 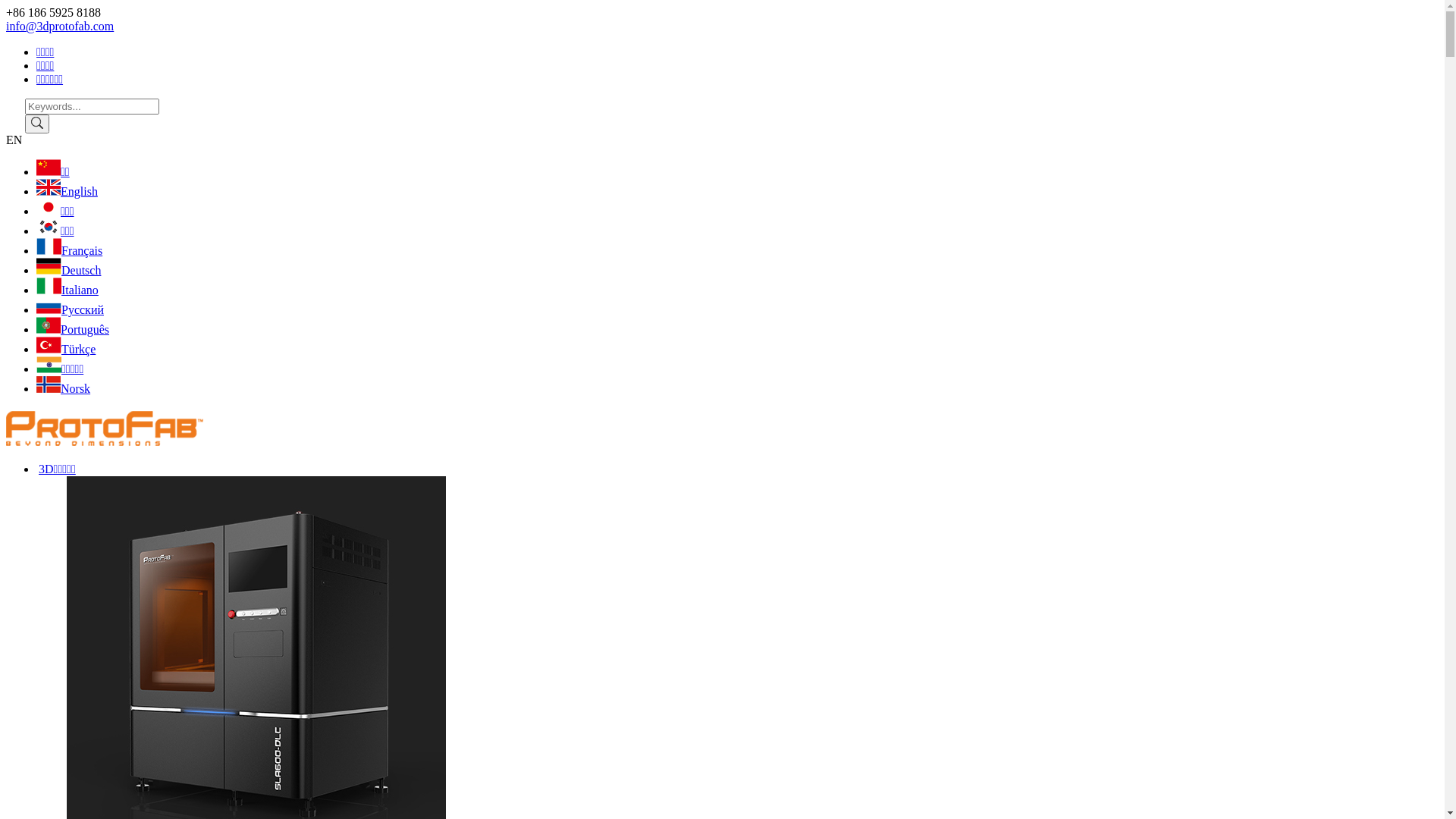 I want to click on 'Deutsch', so click(x=67, y=269).